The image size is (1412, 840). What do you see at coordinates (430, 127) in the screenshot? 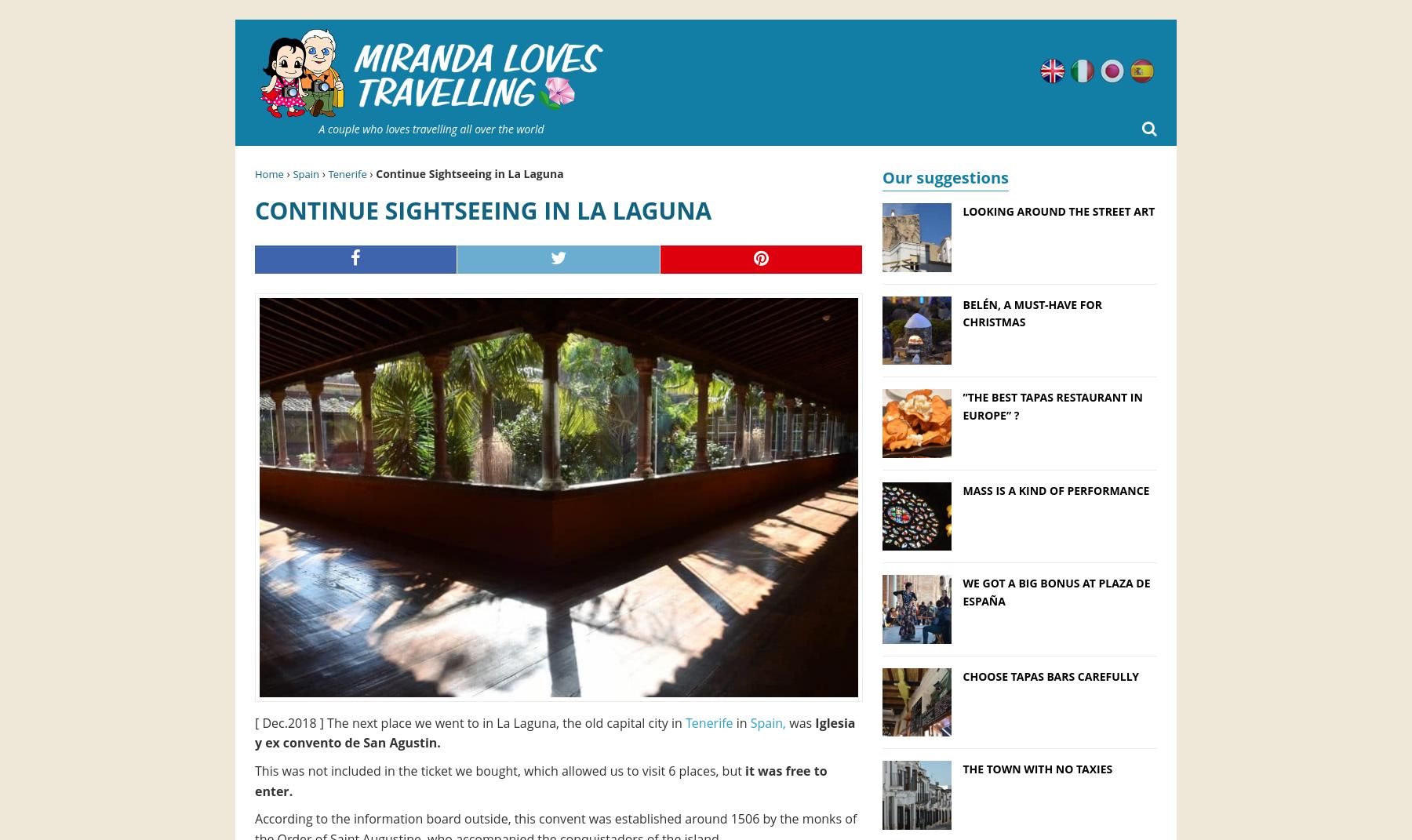
I see `'A couple who loves travelling all over the world'` at bounding box center [430, 127].